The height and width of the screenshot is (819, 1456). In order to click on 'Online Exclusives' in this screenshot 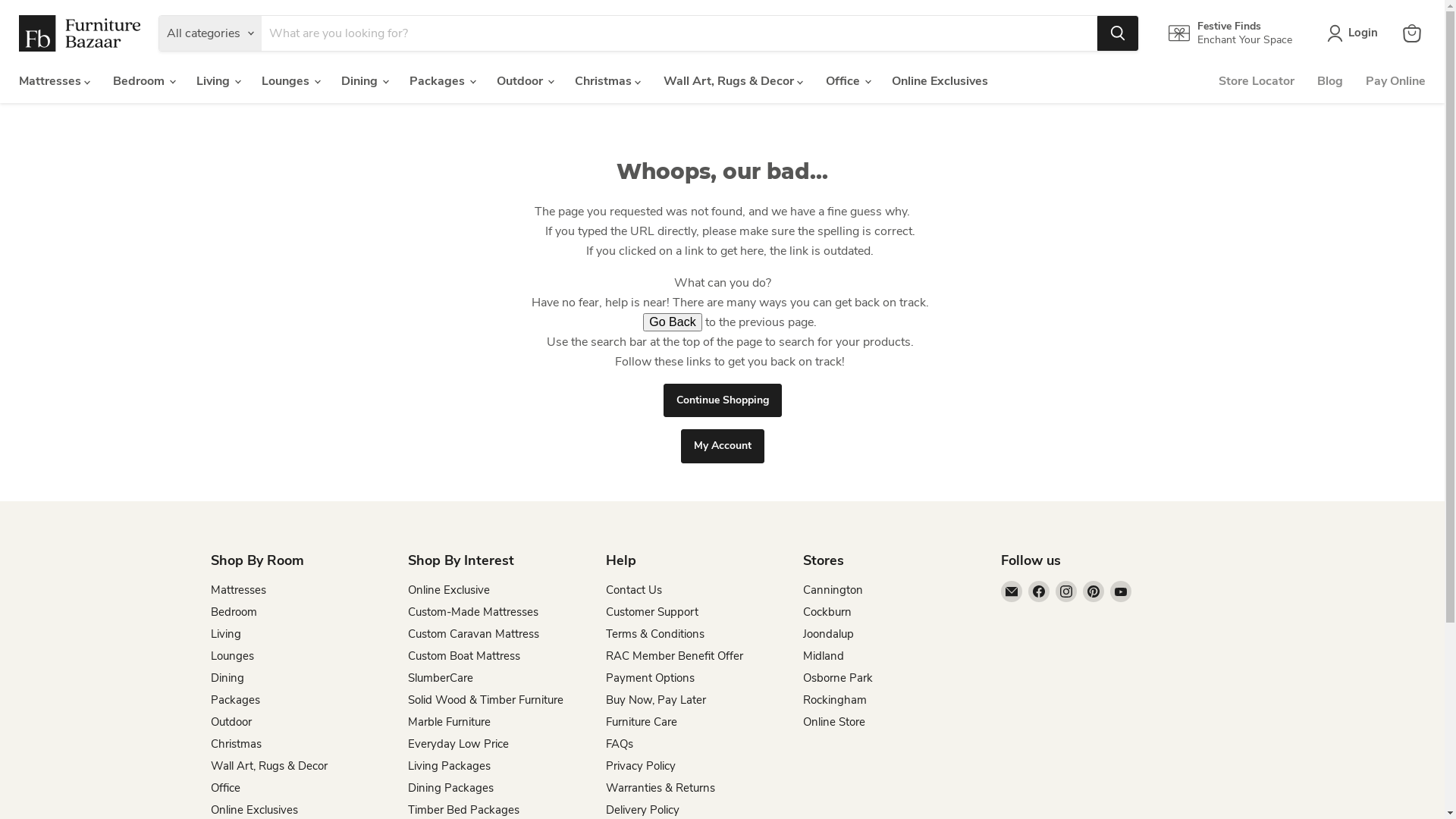, I will do `click(939, 81)`.